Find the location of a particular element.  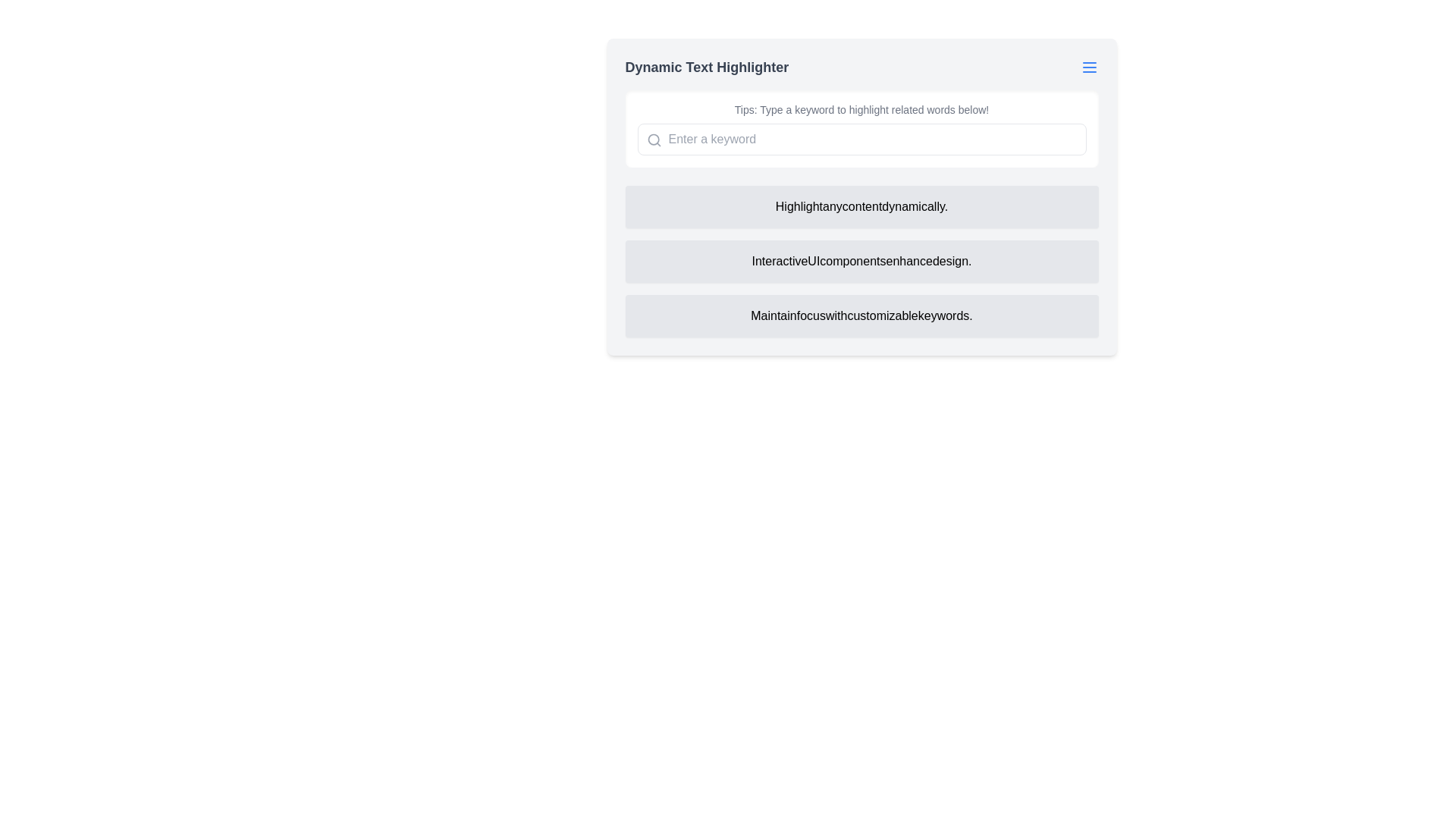

the text element displaying the word 'Interactive' in a standard sans-serif font, located in the second row of a vertically stacked list is located at coordinates (780, 260).